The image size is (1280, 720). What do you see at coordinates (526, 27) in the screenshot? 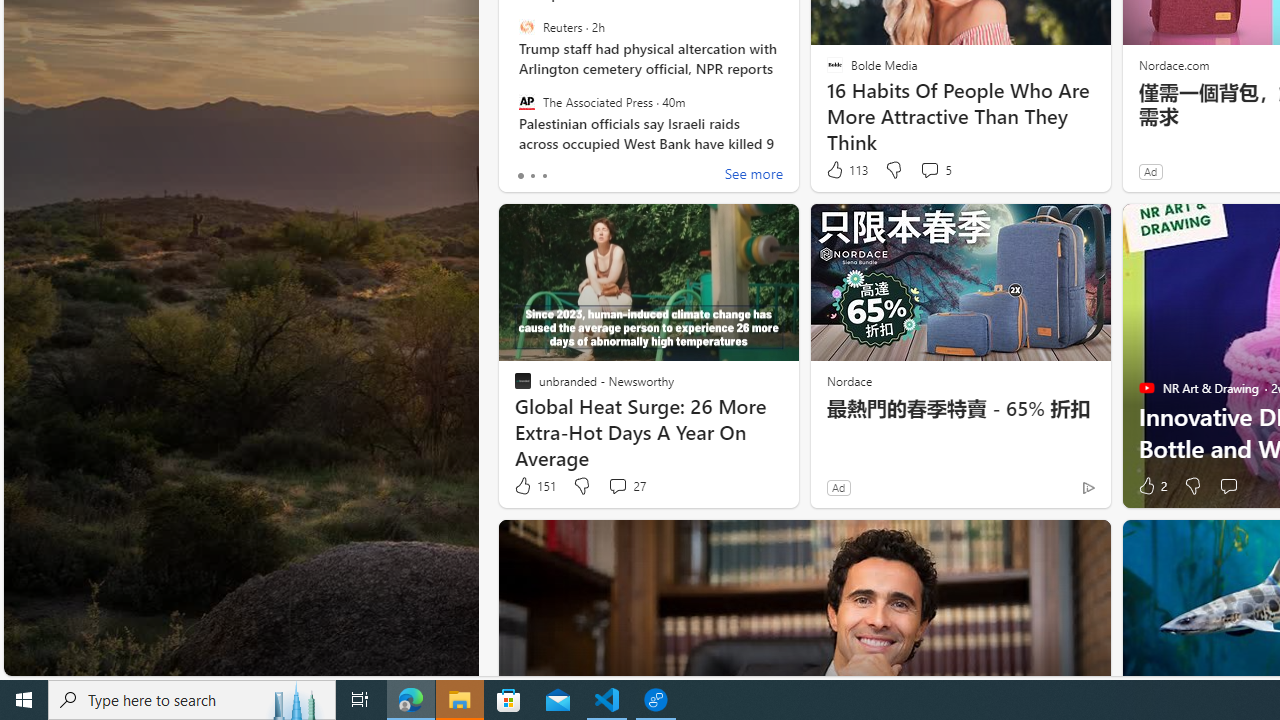
I see `'Reuters'` at bounding box center [526, 27].